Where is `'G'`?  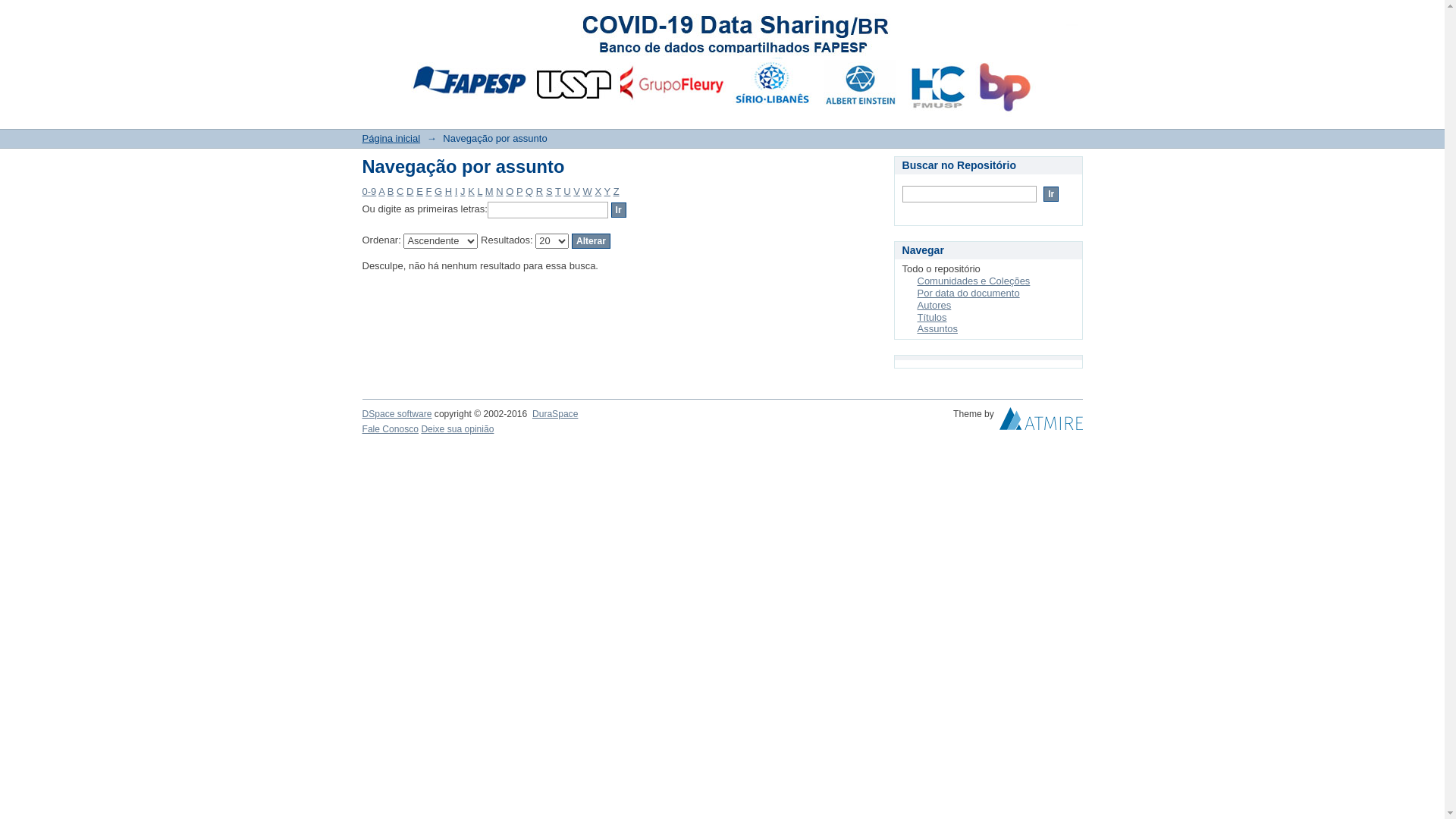
'G' is located at coordinates (433, 190).